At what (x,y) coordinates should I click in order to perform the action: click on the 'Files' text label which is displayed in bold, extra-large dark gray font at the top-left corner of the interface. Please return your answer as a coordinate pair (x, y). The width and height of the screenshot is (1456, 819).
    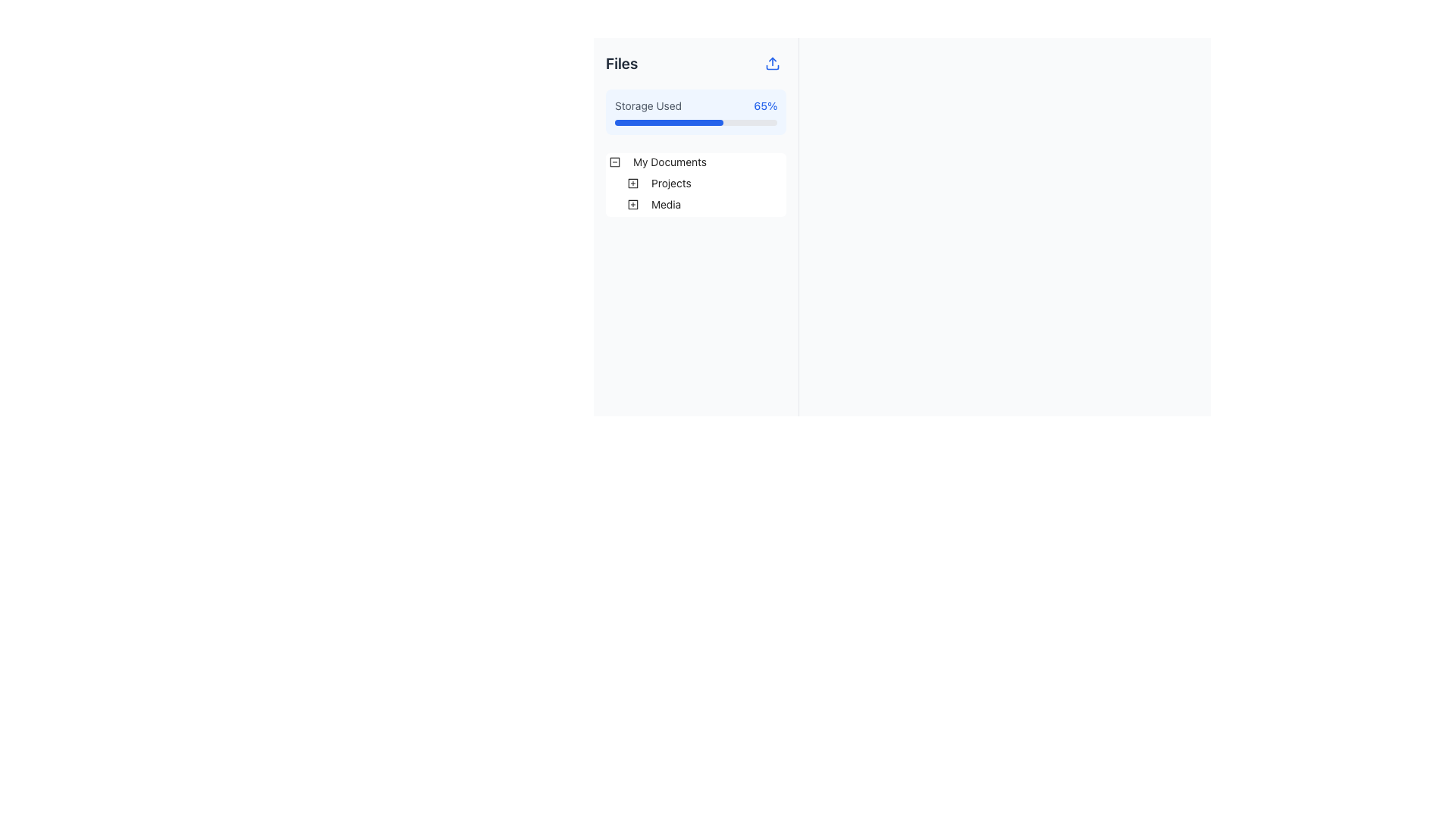
    Looking at the image, I should click on (622, 63).